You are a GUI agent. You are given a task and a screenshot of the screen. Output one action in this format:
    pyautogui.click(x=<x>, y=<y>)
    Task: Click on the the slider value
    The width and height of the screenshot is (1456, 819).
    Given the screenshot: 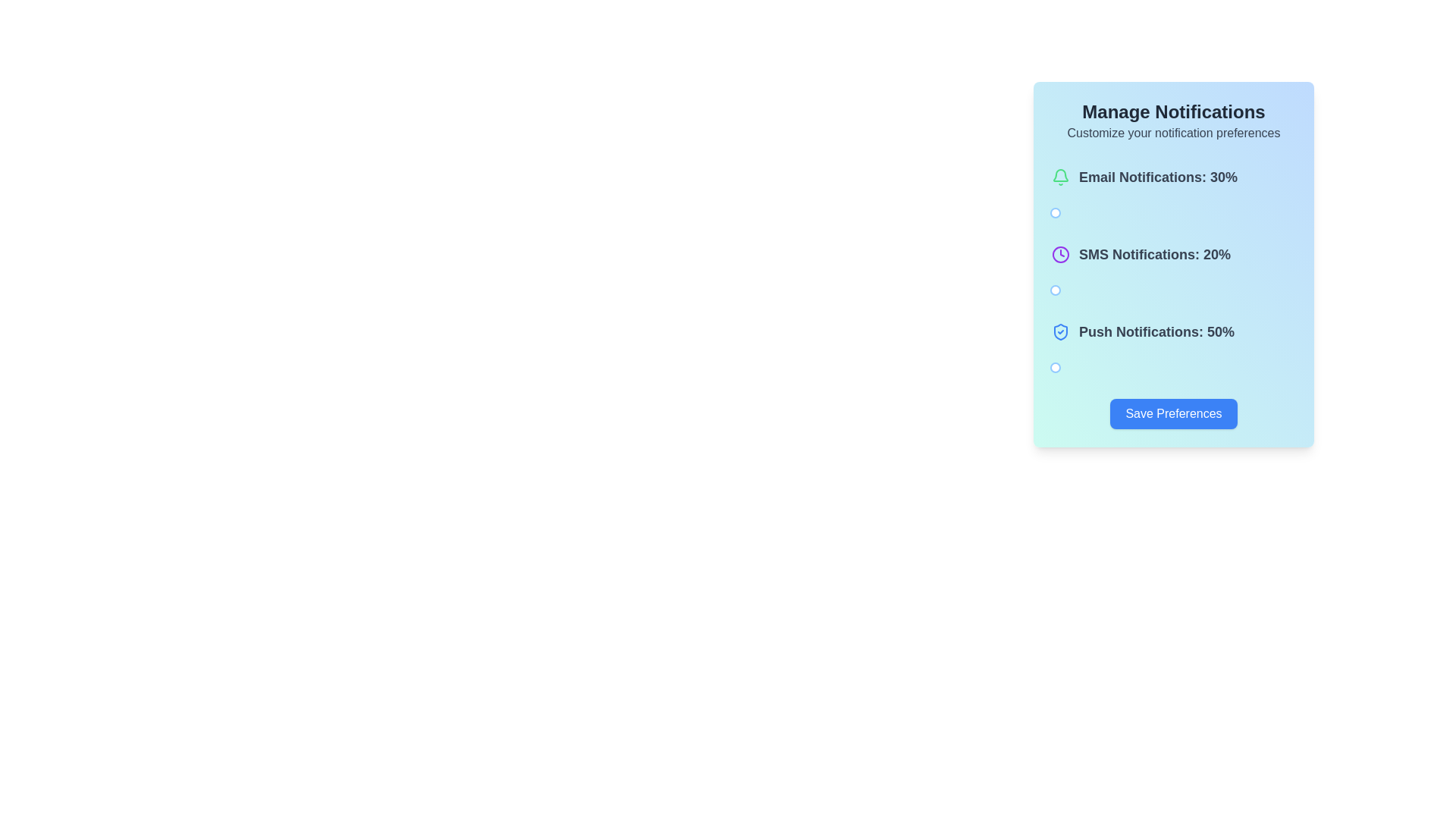 What is the action you would take?
    pyautogui.click(x=1058, y=290)
    